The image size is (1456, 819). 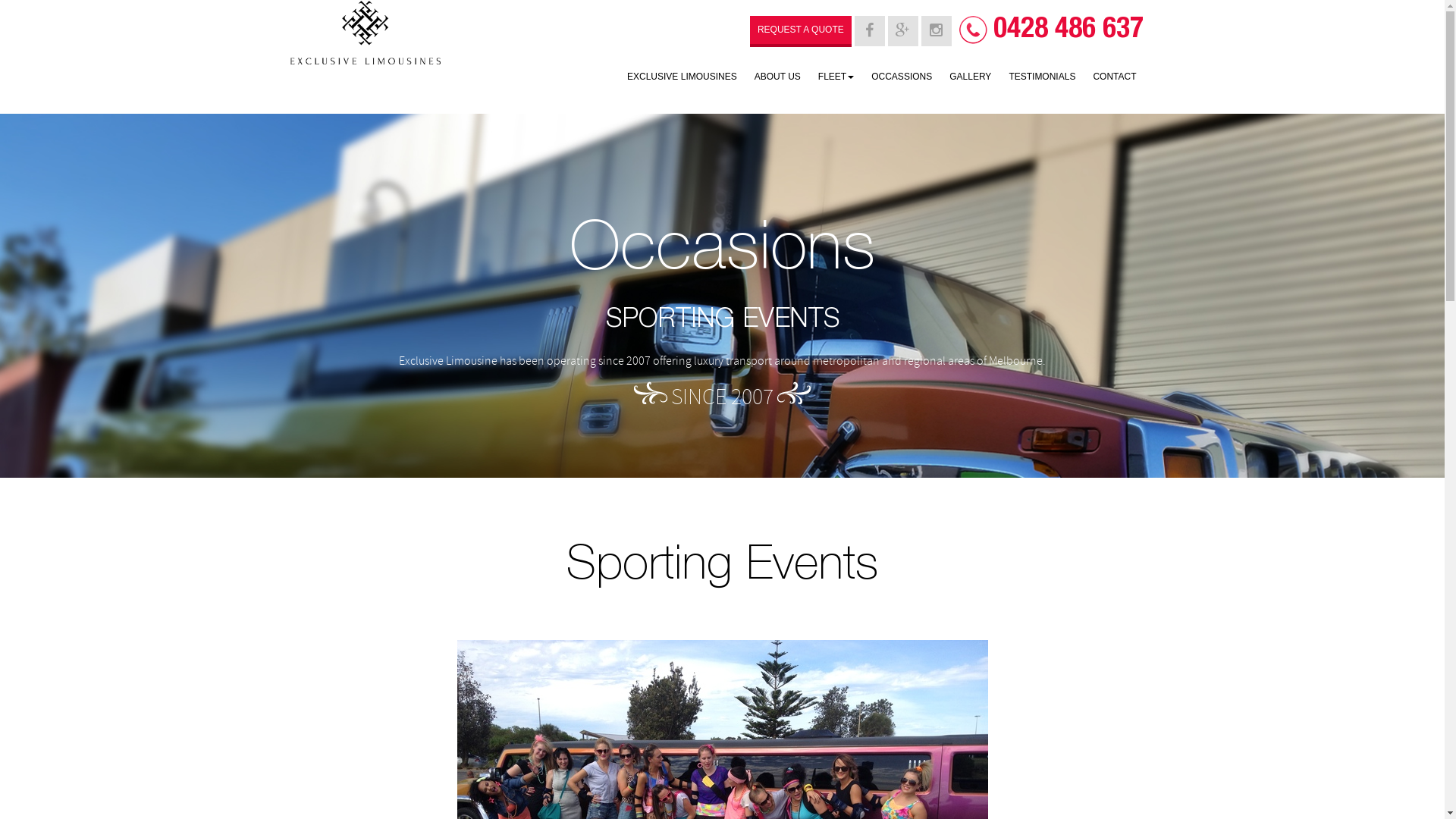 I want to click on 'OCCASSIONS', so click(x=902, y=78).